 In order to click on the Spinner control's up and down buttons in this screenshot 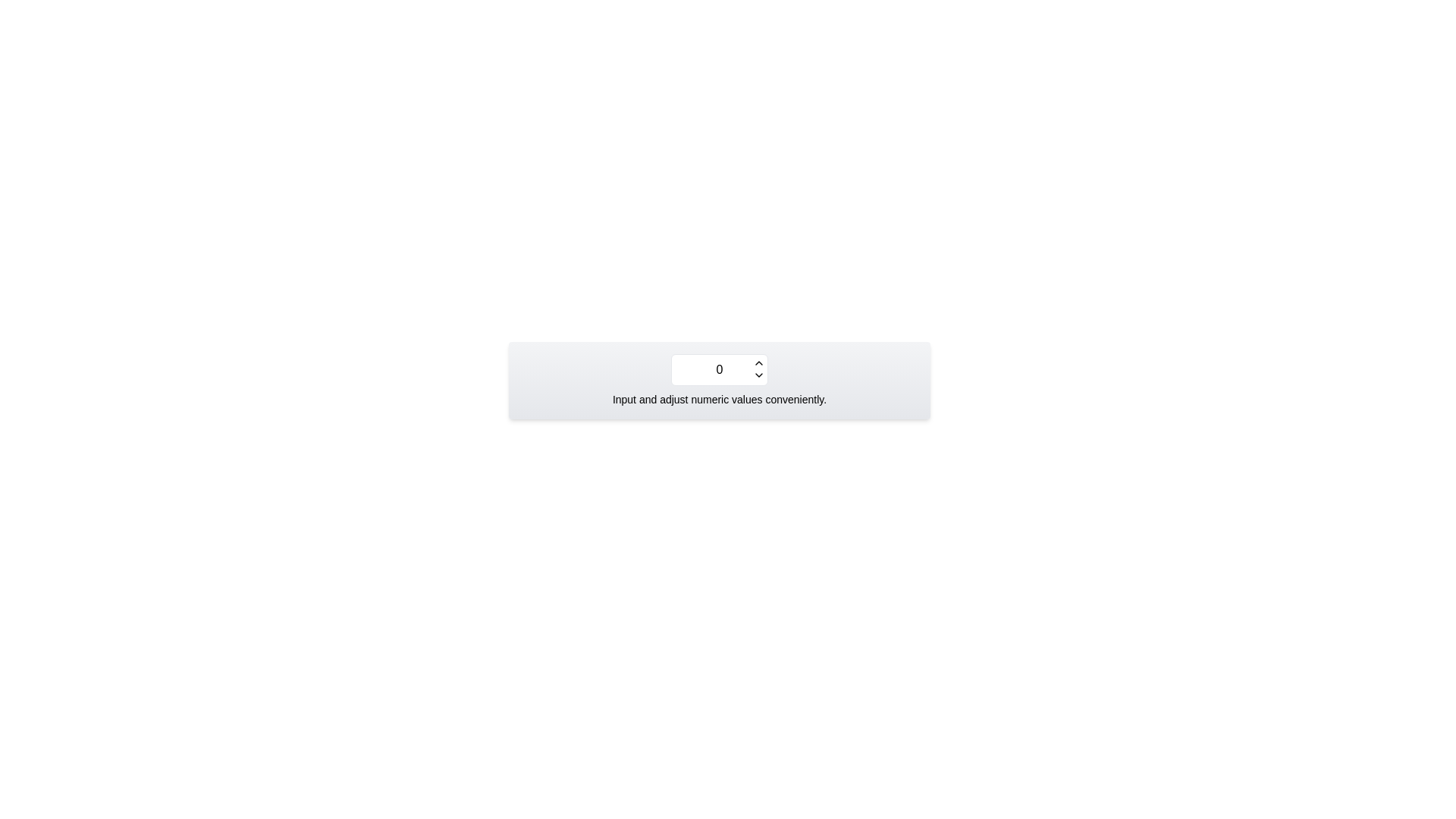, I will do `click(759, 369)`.